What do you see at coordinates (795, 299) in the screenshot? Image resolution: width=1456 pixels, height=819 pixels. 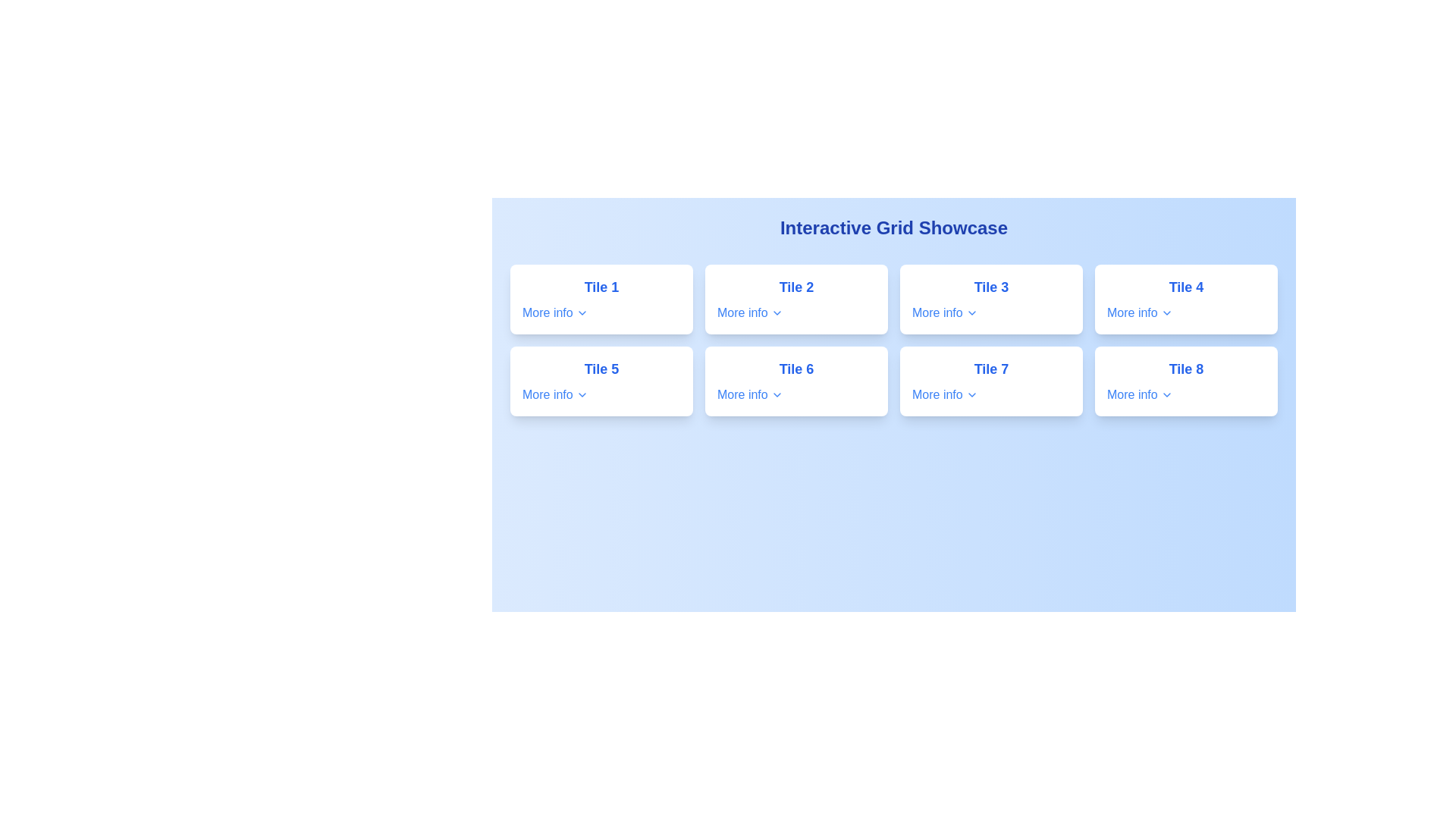 I see `the interactive card located in the first row and second column of the grid layout, positioned between 'Tile 1' and 'Tile 3'` at bounding box center [795, 299].